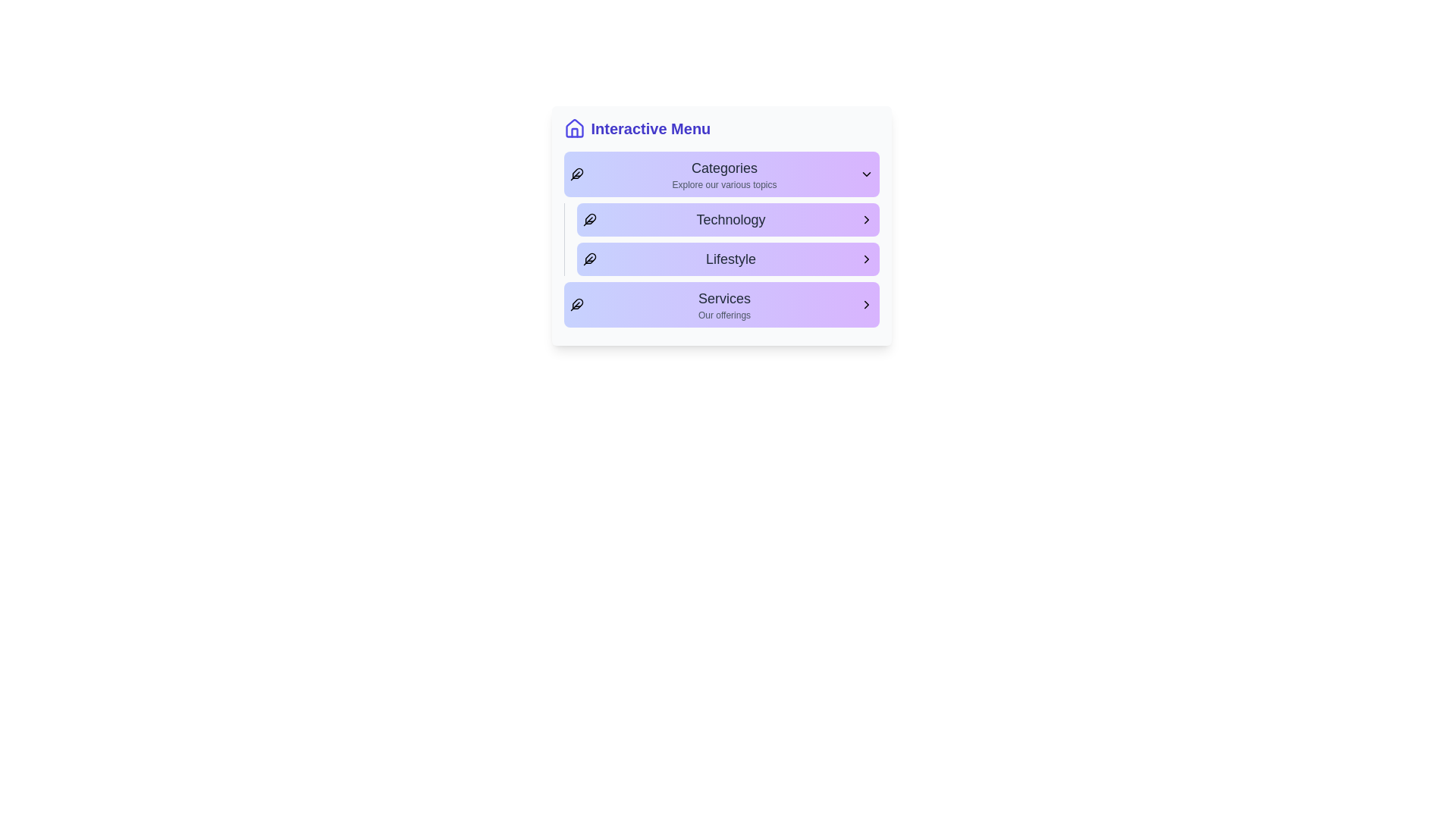 The image size is (1456, 819). I want to click on the 'Technology' button, which is a horizontally stretched rectangular button with a gradient background and bold text, so click(728, 219).